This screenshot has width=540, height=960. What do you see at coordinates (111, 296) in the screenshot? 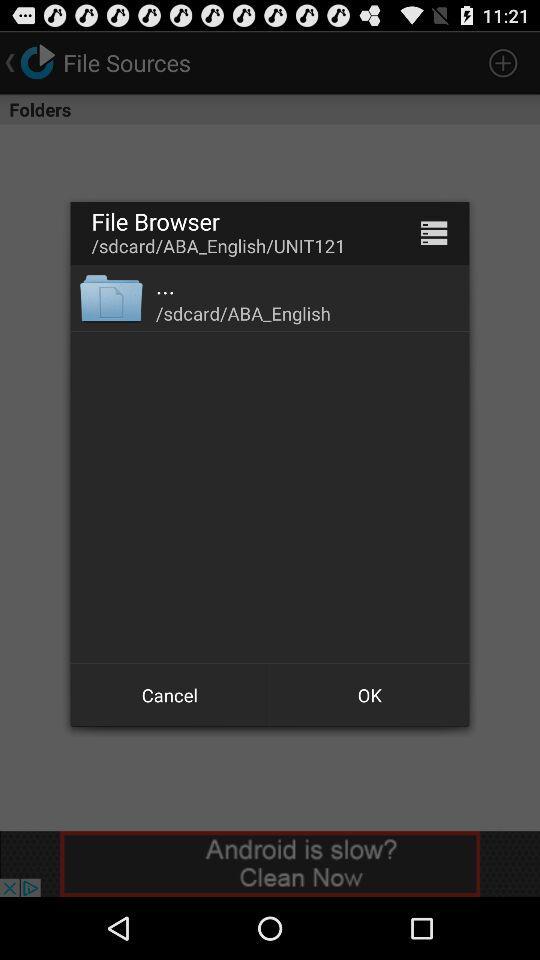
I see `the app to the left of ... icon` at bounding box center [111, 296].